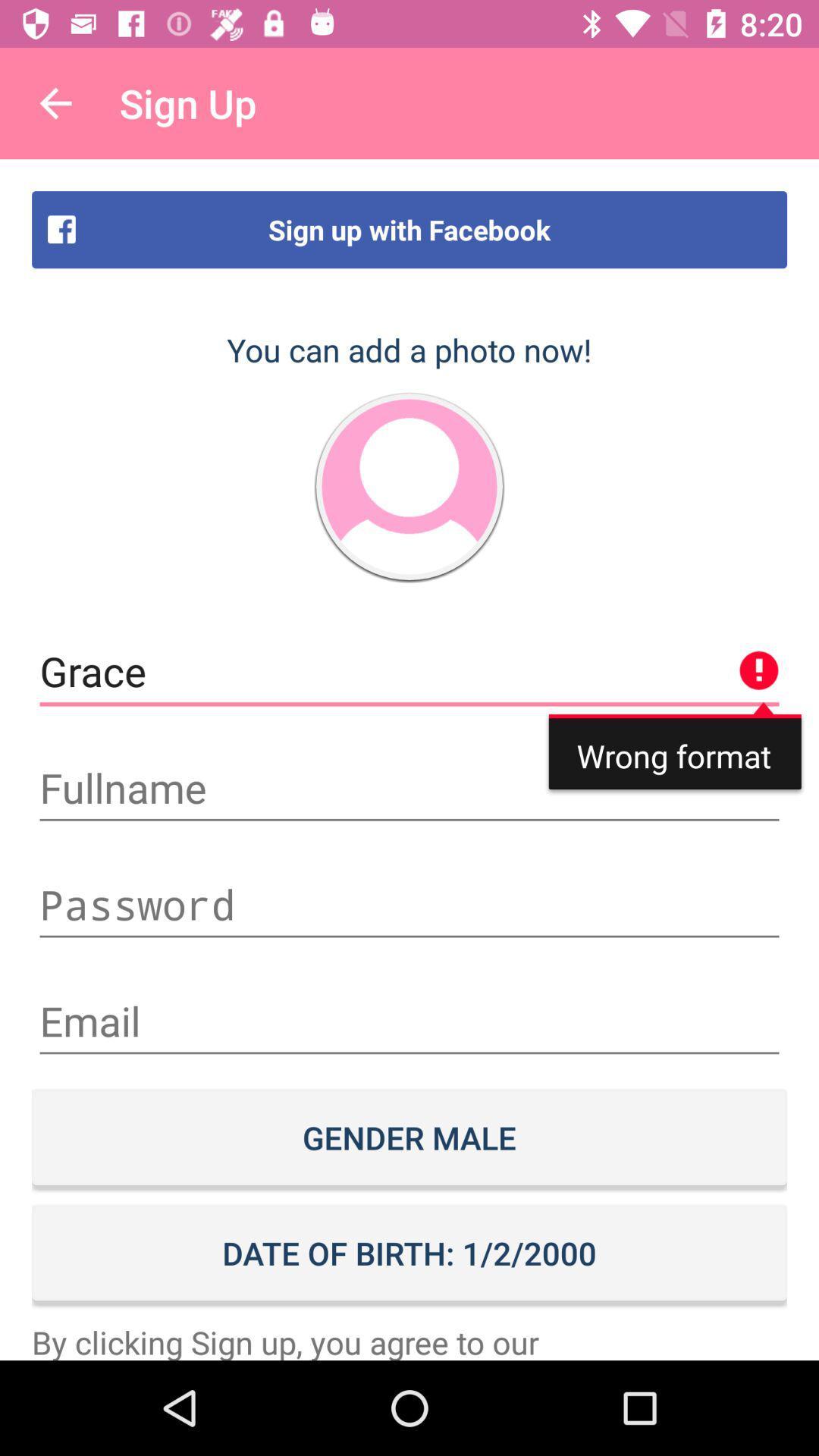 The image size is (819, 1456). What do you see at coordinates (409, 487) in the screenshot?
I see `profile photo` at bounding box center [409, 487].